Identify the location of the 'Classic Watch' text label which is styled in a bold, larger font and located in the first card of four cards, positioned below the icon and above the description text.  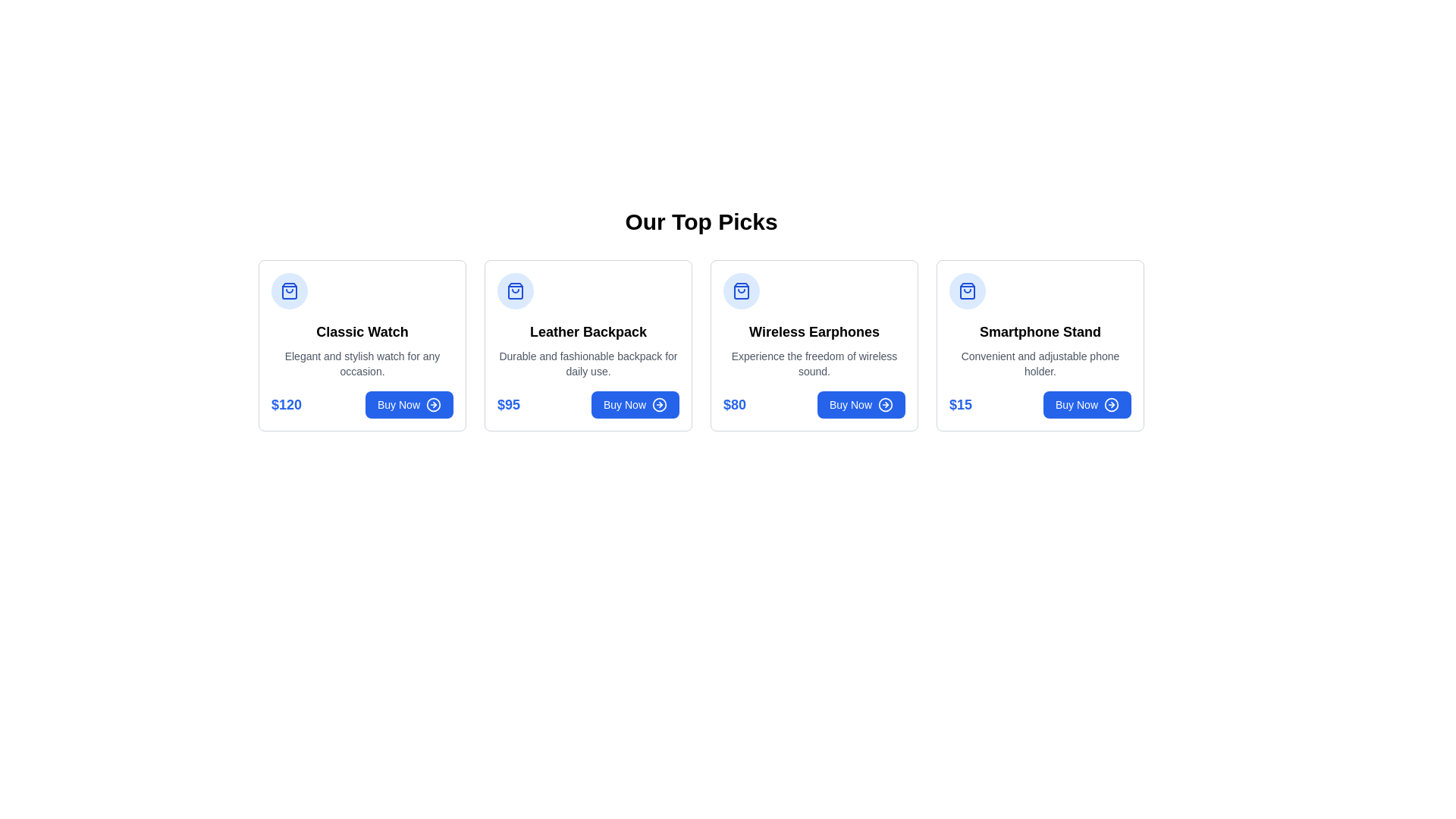
(362, 331).